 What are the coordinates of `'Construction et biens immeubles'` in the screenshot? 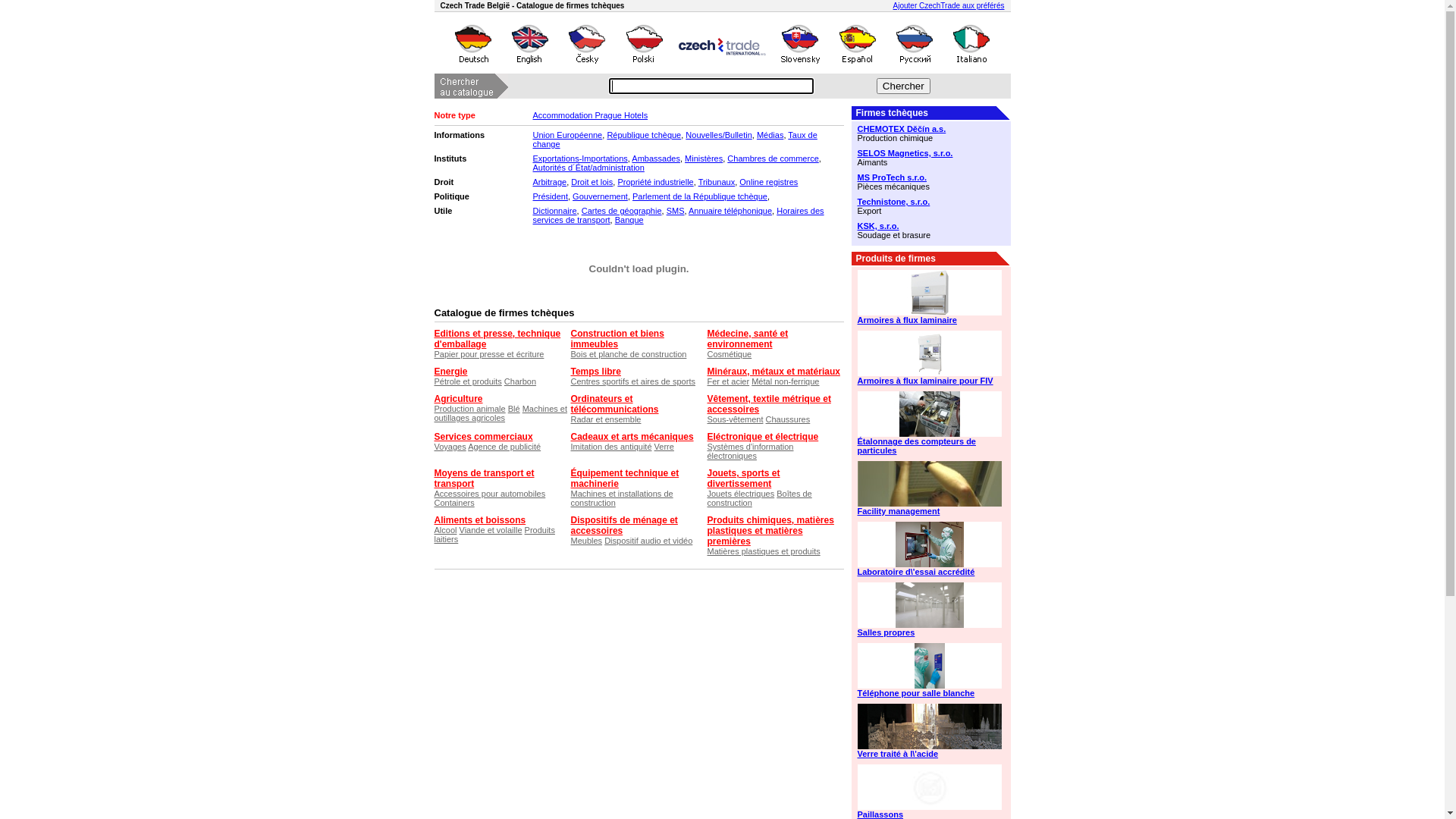 It's located at (570, 338).